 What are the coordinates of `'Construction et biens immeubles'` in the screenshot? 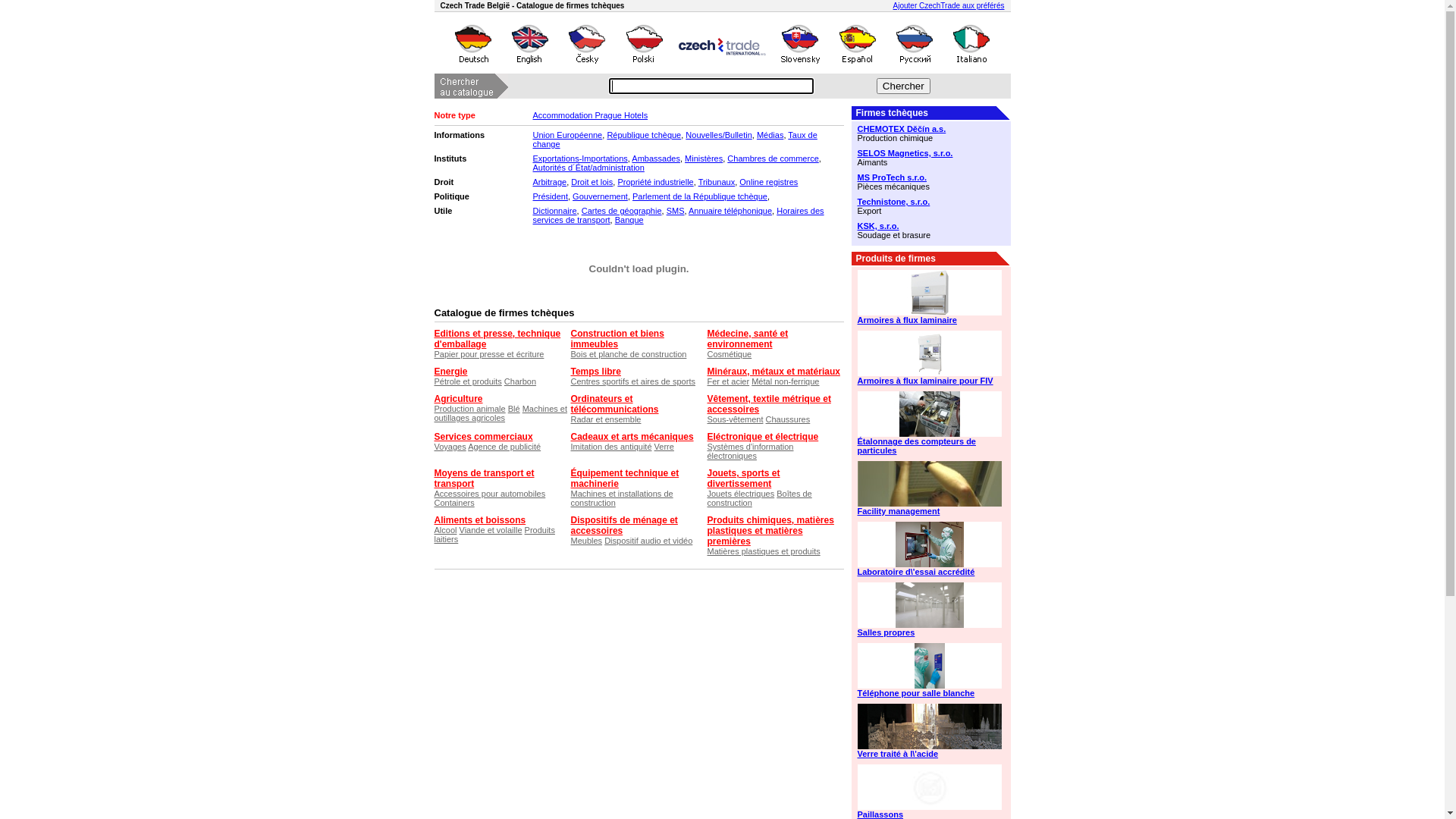 It's located at (570, 338).